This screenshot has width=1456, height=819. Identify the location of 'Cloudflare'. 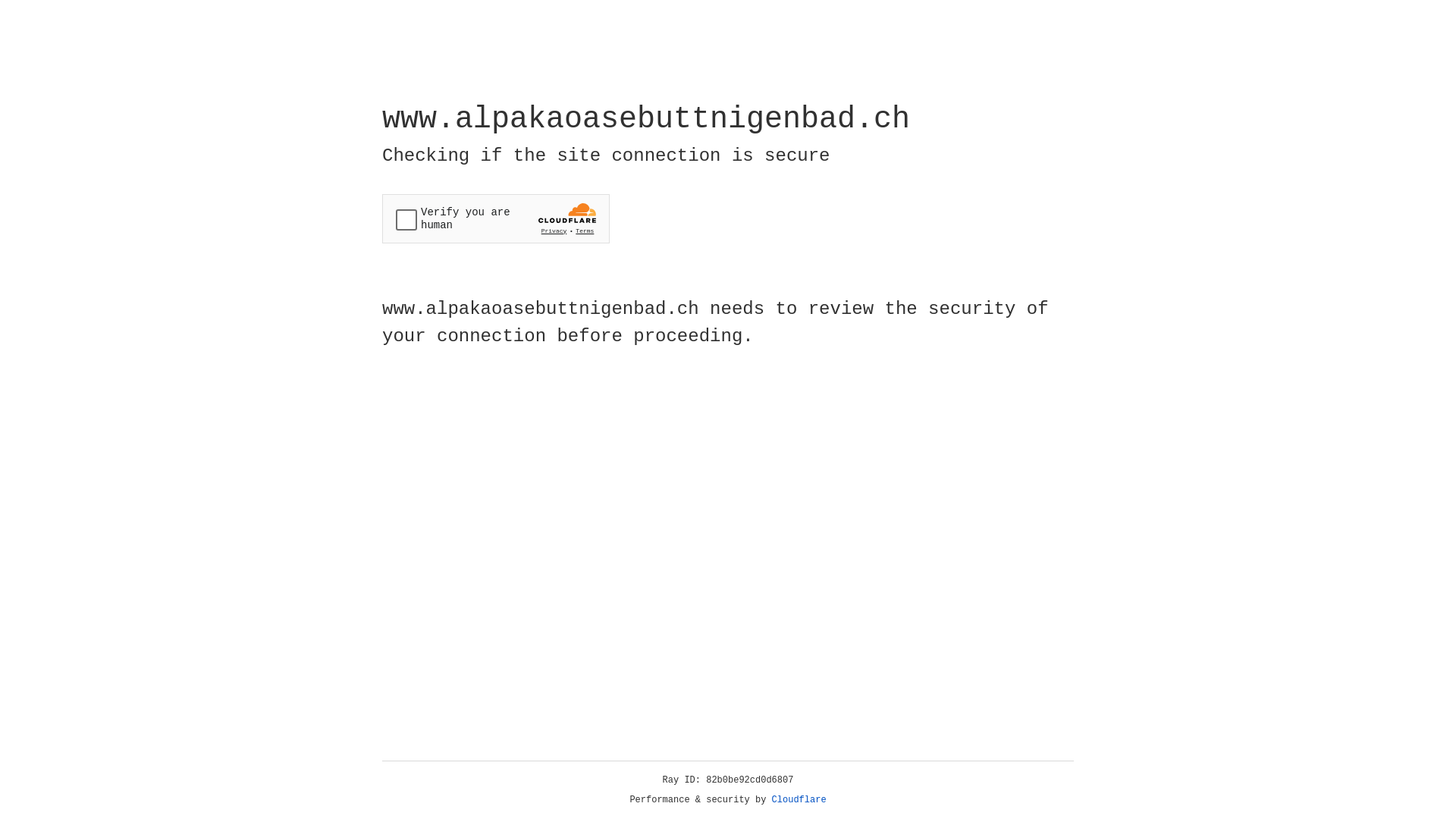
(771, 799).